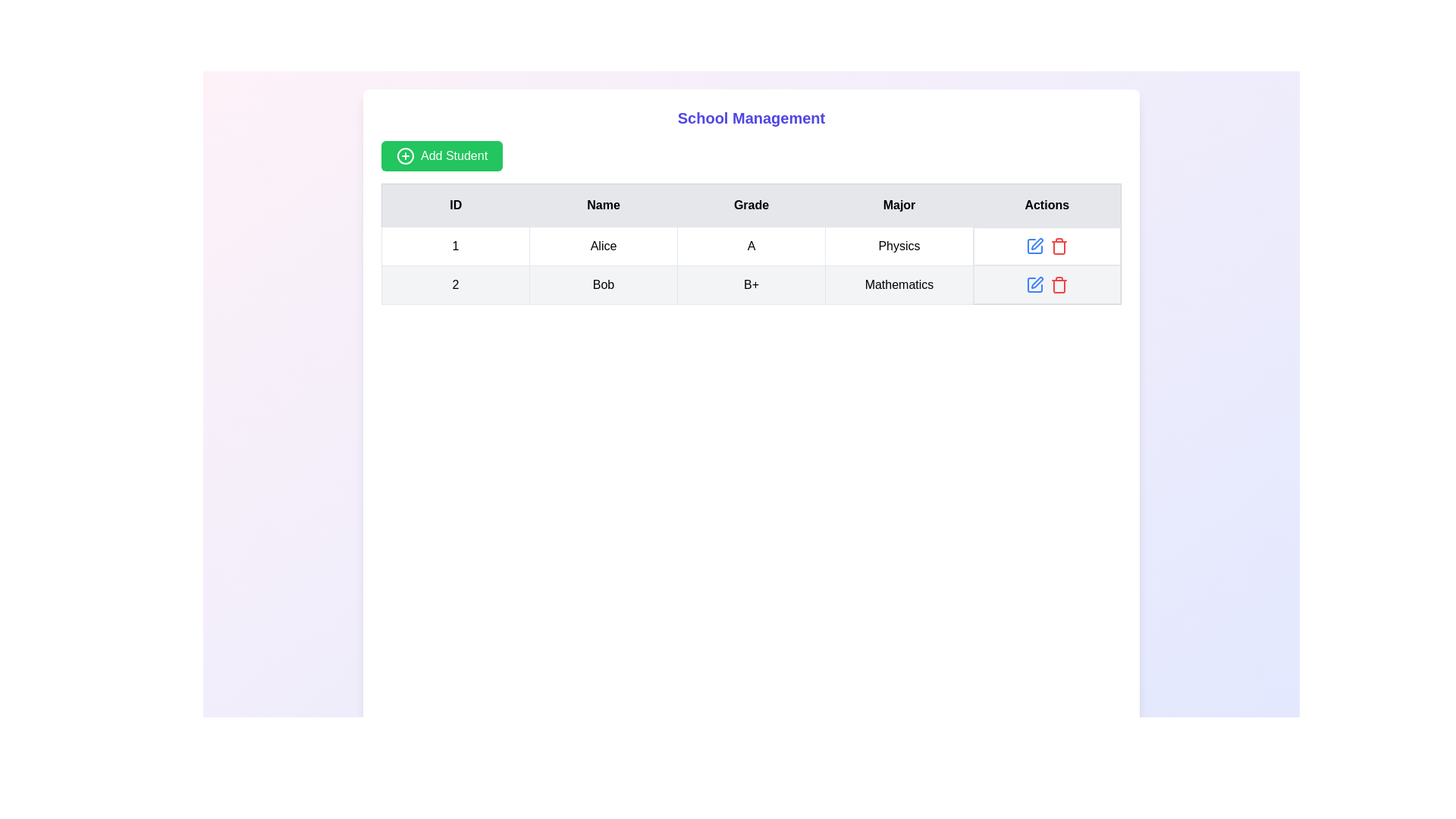 Image resolution: width=1456 pixels, height=819 pixels. I want to click on the edit button located in the 'Actions' column of the first row of the data table to initiate an edit operation, so click(1034, 245).